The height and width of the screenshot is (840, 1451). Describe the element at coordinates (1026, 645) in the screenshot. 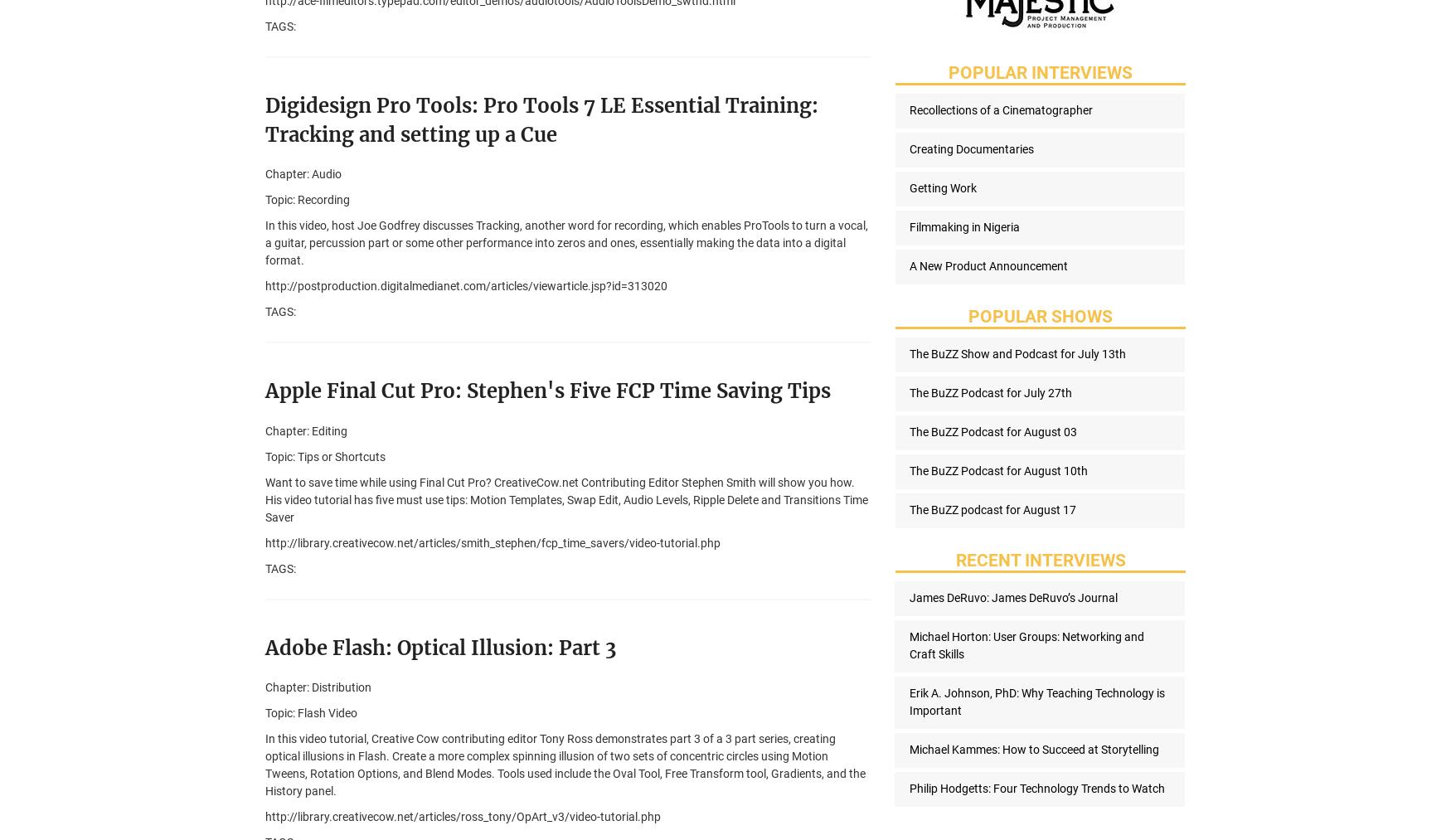

I see `'Michael Horton: User Groups: Networking and Craft Skills'` at that location.